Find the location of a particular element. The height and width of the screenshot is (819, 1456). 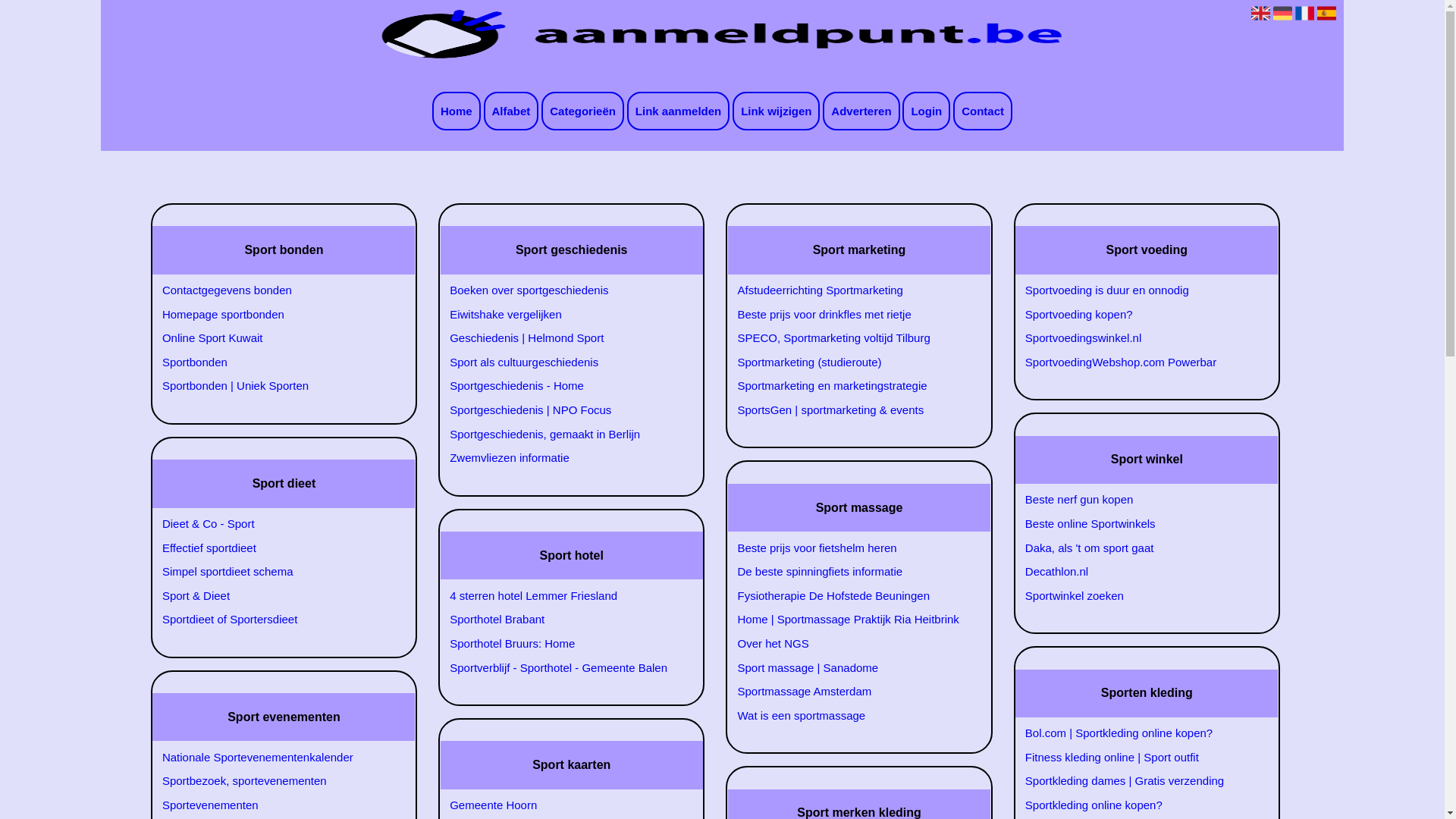

'Over het NGS' is located at coordinates (850, 643).